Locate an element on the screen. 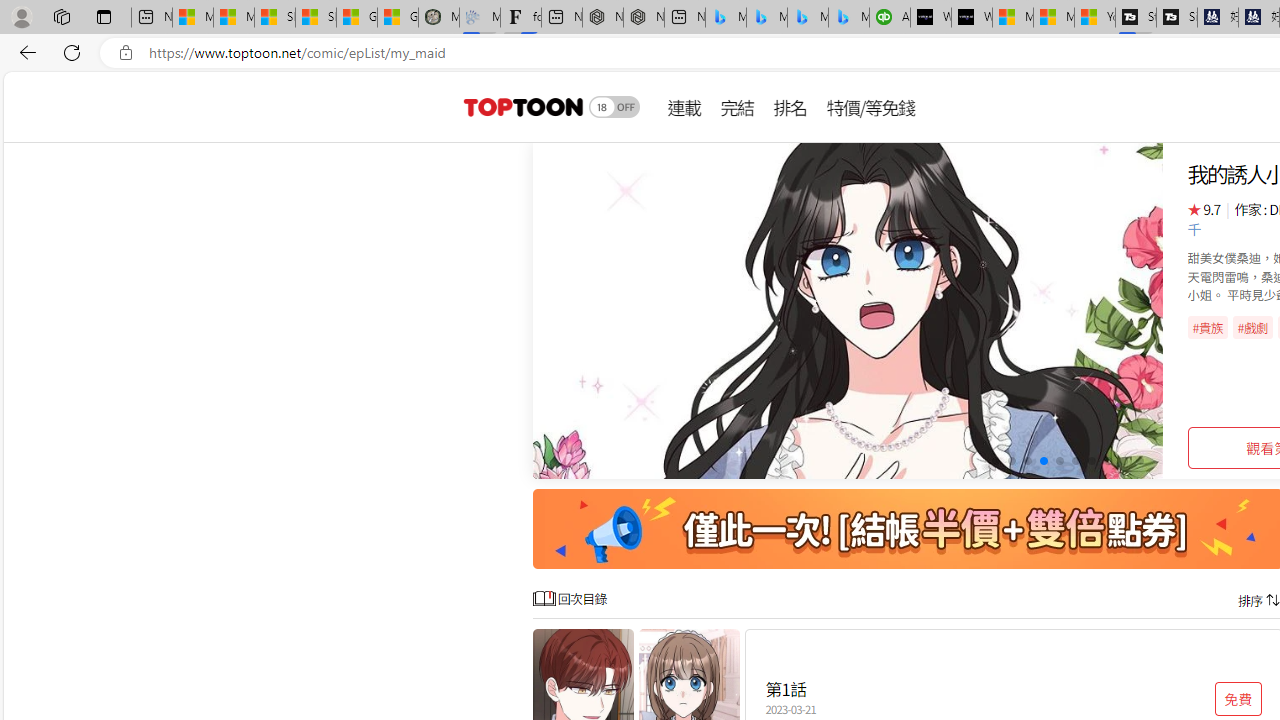 This screenshot has height=720, width=1280. 'Microsoft Bing Travel - Shangri-La Hotel Bangkok' is located at coordinates (849, 17).